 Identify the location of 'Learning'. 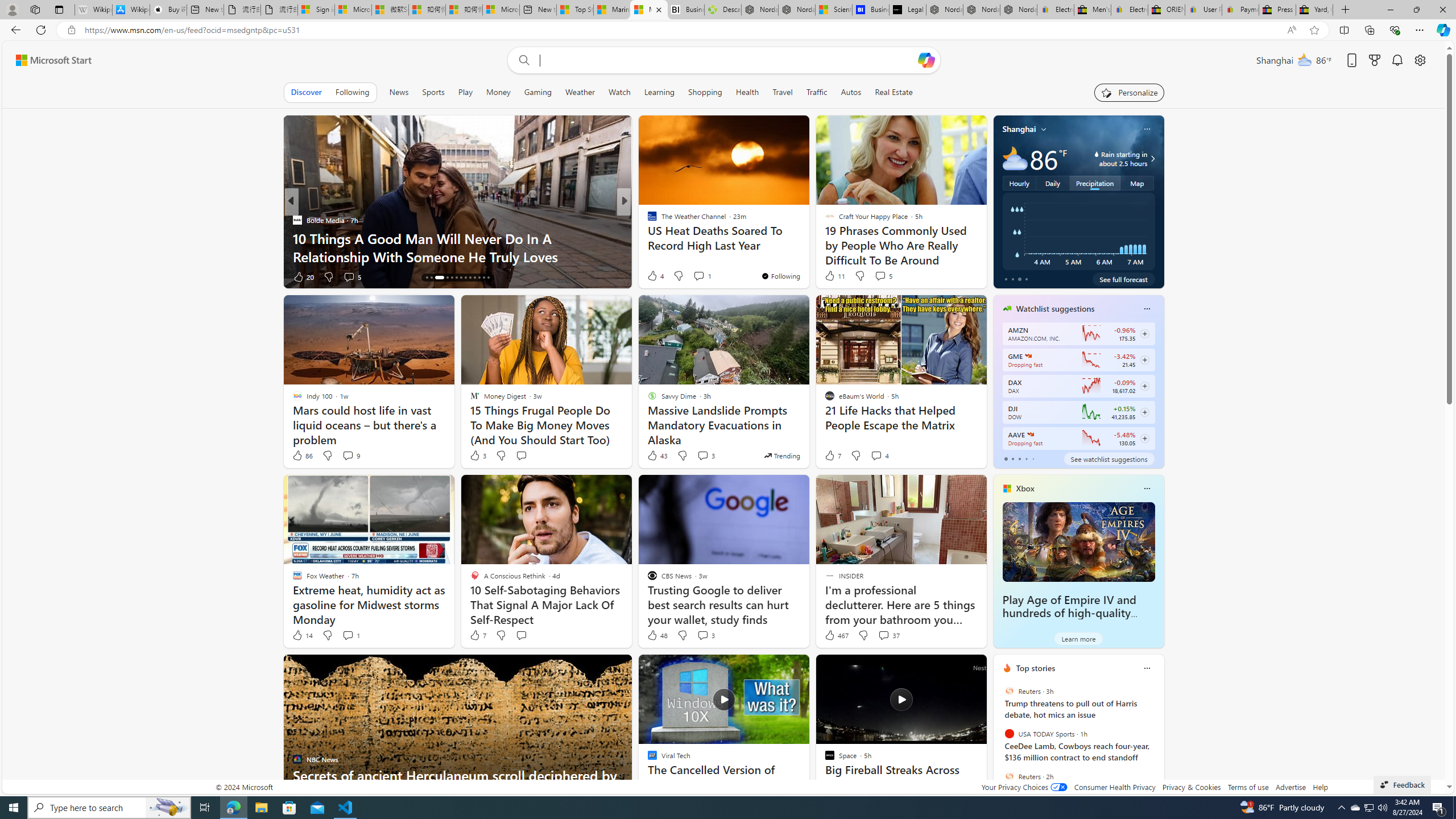
(658, 92).